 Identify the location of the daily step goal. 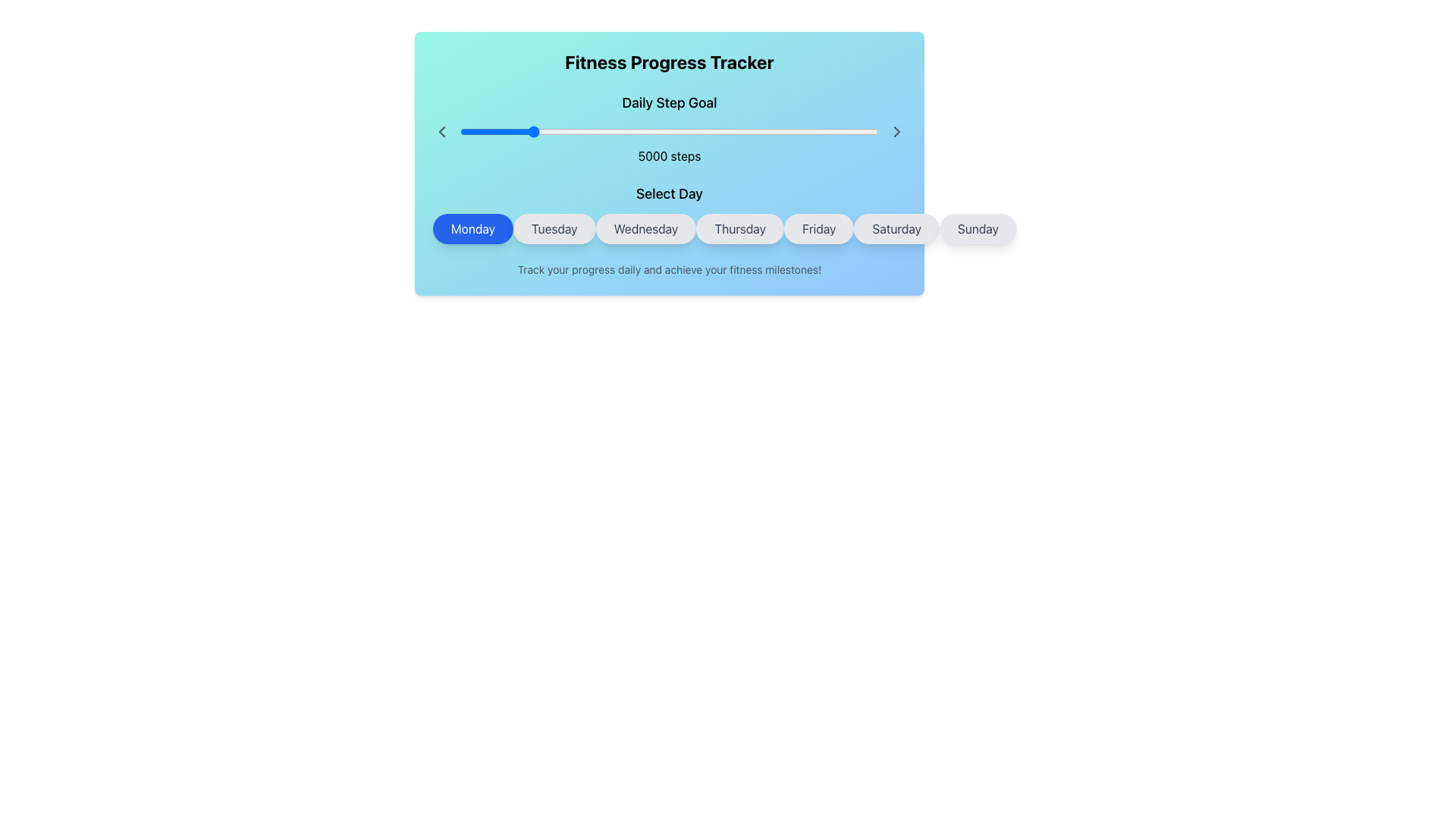
(833, 130).